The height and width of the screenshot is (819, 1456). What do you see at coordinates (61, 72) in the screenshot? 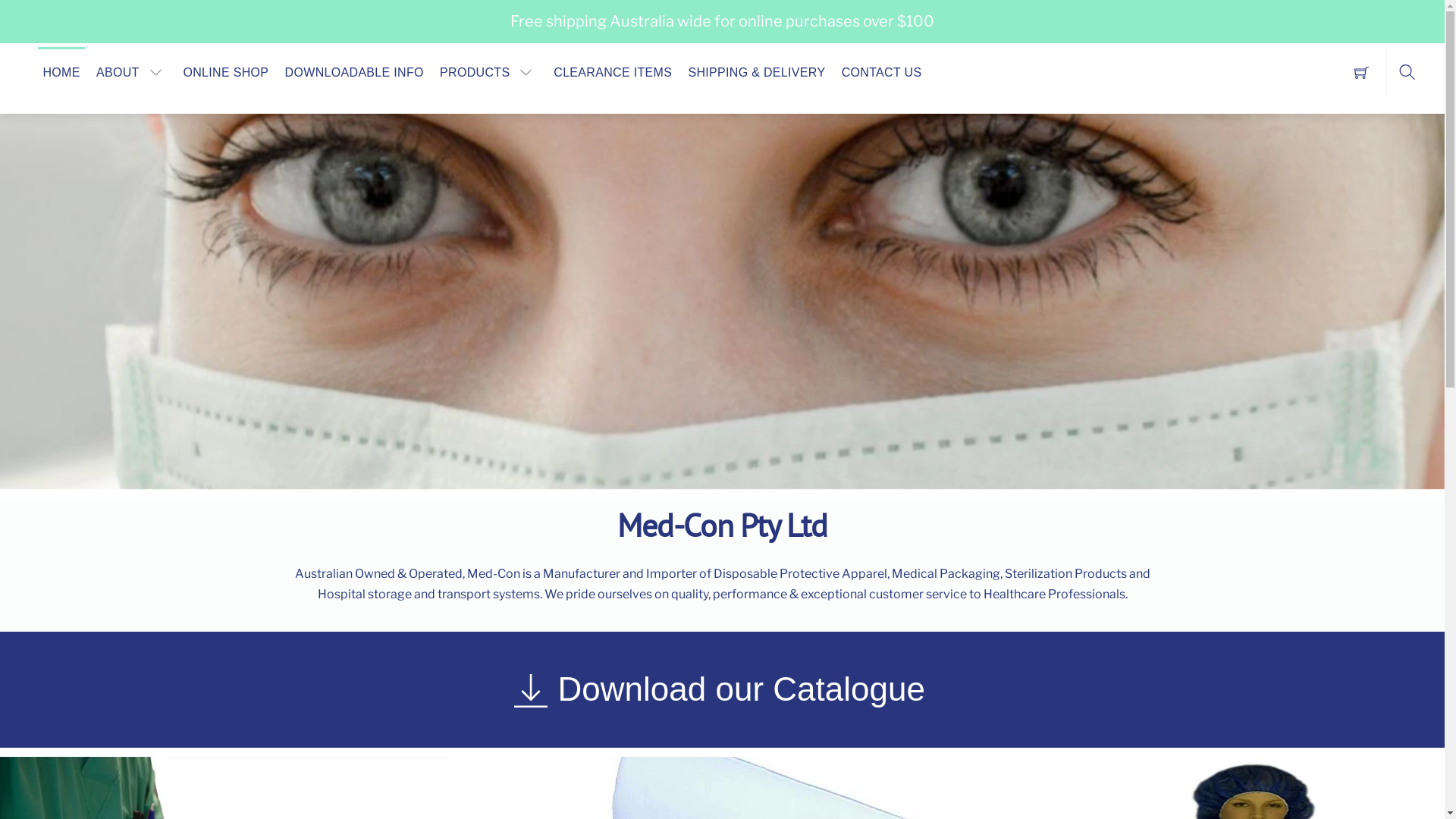
I see `'HOME'` at bounding box center [61, 72].